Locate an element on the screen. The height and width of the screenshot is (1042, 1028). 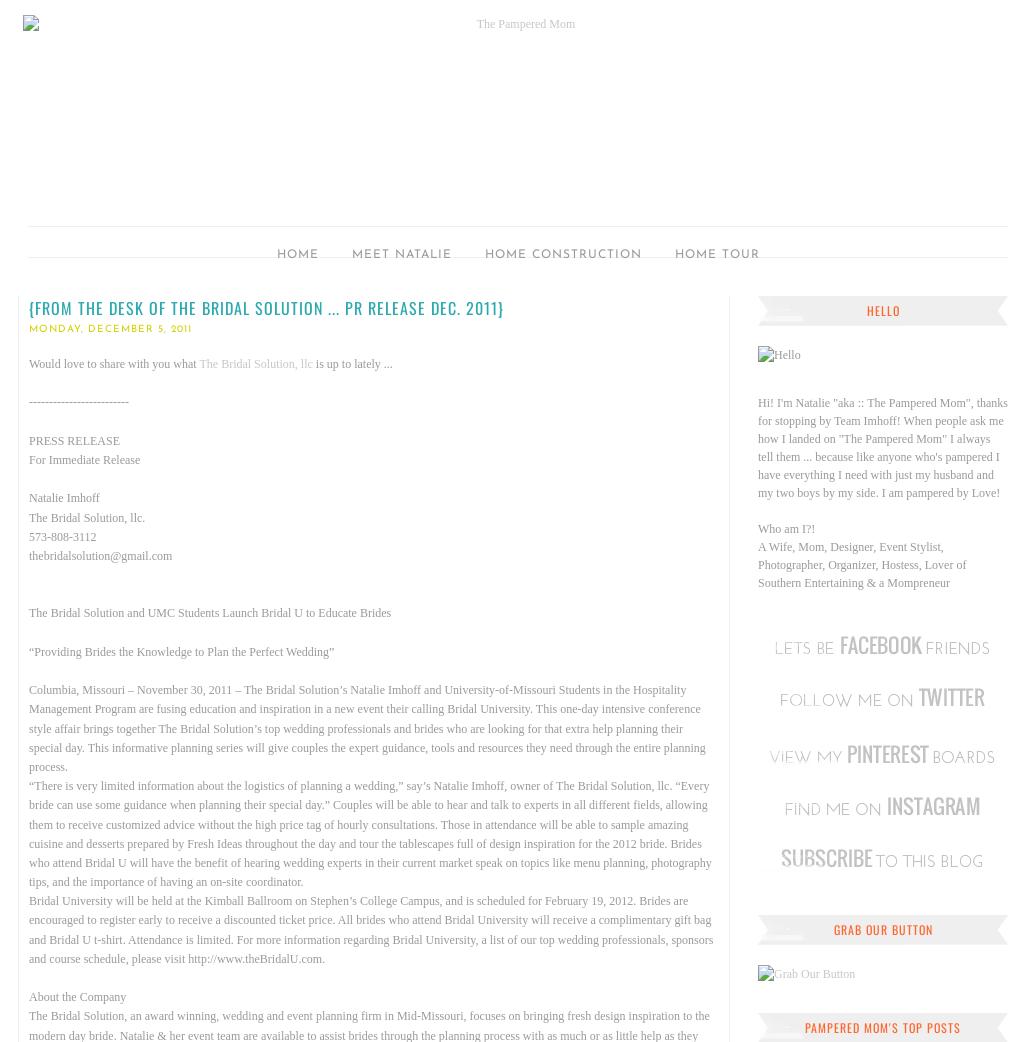
'For Immediate Release' is located at coordinates (83, 459).